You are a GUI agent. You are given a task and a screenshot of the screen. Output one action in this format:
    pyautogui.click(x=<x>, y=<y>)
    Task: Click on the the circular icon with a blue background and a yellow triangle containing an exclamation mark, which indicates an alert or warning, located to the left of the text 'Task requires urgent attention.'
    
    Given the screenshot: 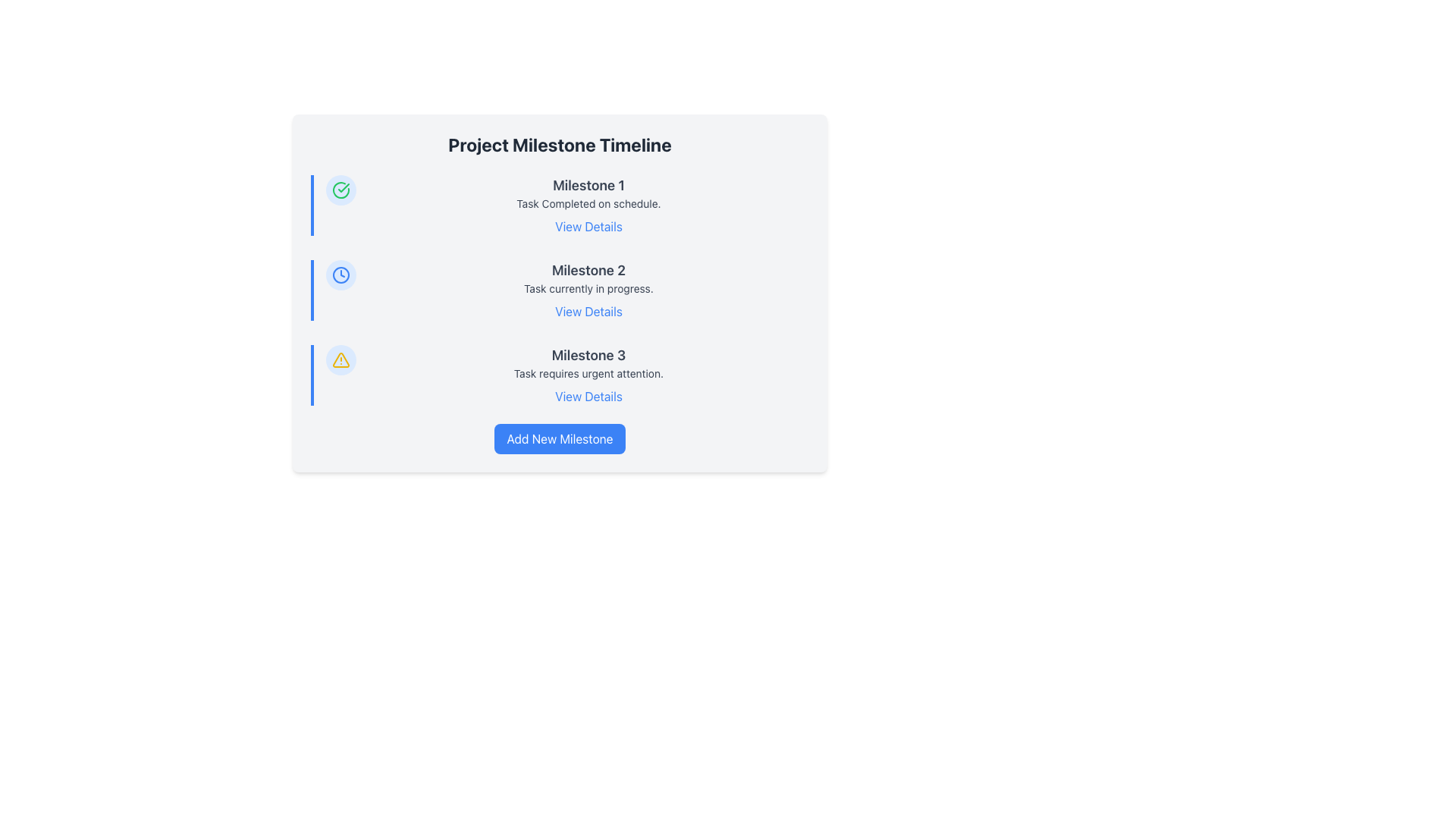 What is the action you would take?
    pyautogui.click(x=340, y=359)
    